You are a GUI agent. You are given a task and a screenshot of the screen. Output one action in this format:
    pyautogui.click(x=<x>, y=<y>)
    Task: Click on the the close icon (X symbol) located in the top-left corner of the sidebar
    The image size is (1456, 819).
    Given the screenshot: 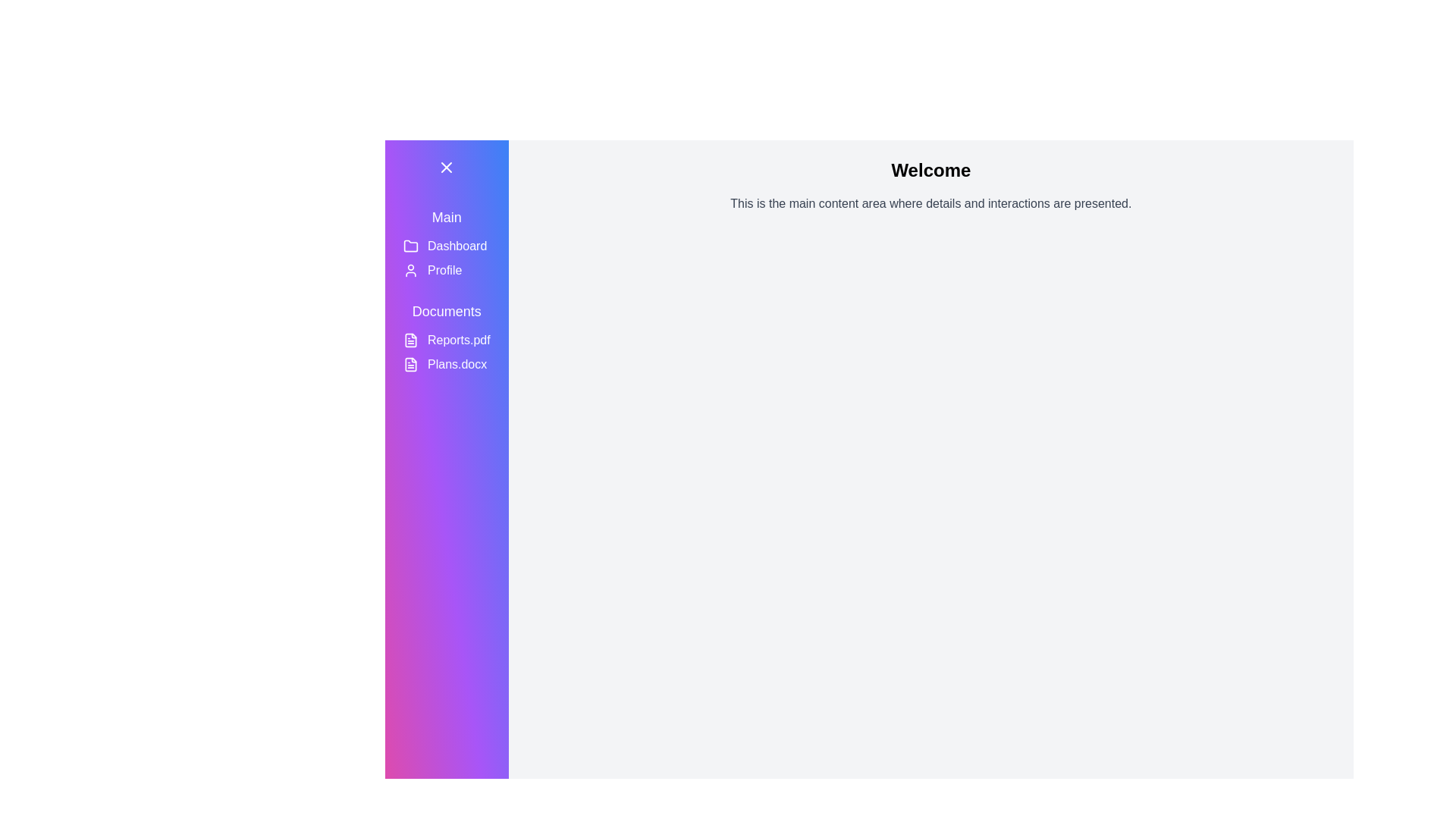 What is the action you would take?
    pyautogui.click(x=446, y=167)
    